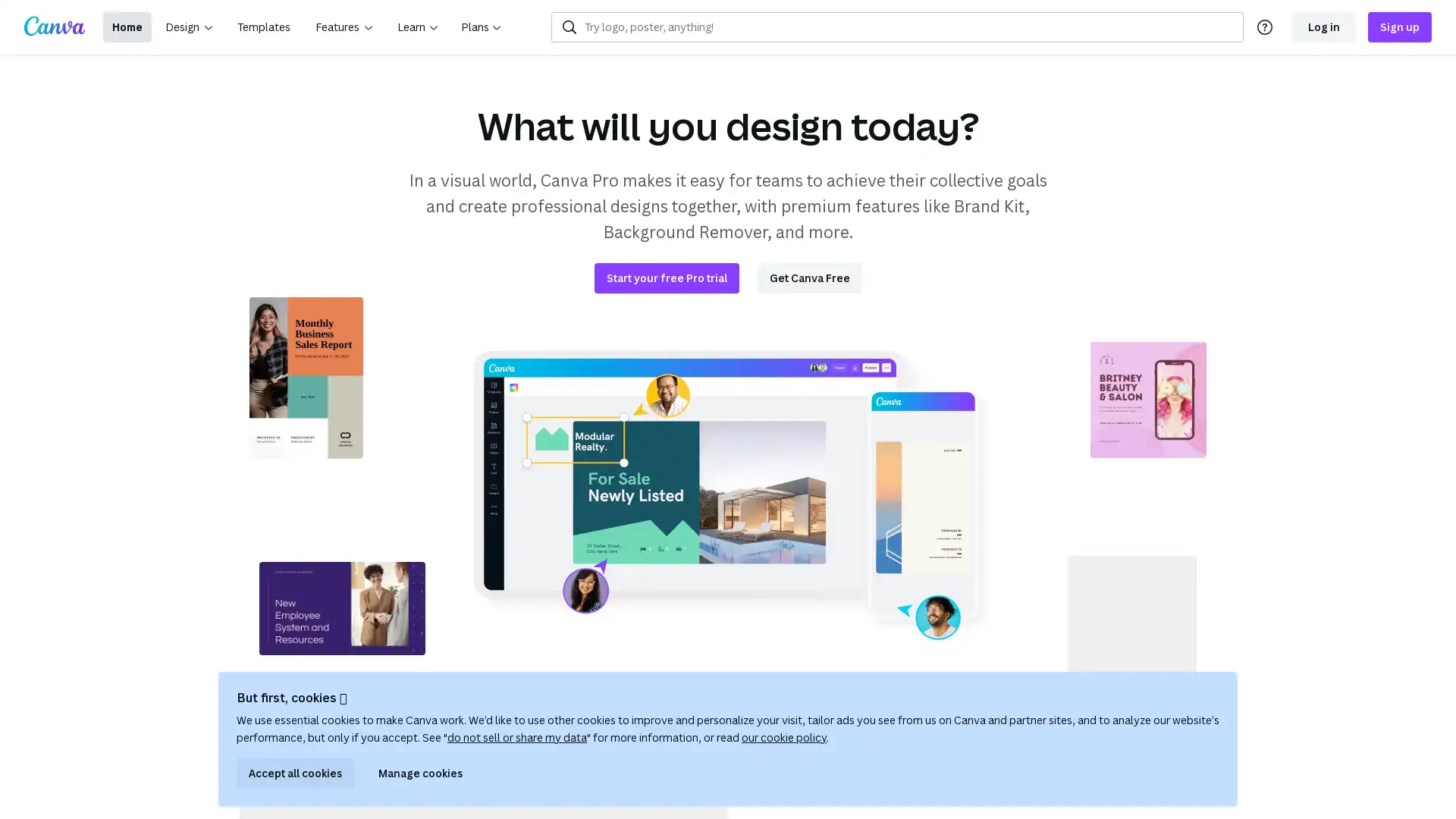  I want to click on Manage cookies, so click(420, 773).